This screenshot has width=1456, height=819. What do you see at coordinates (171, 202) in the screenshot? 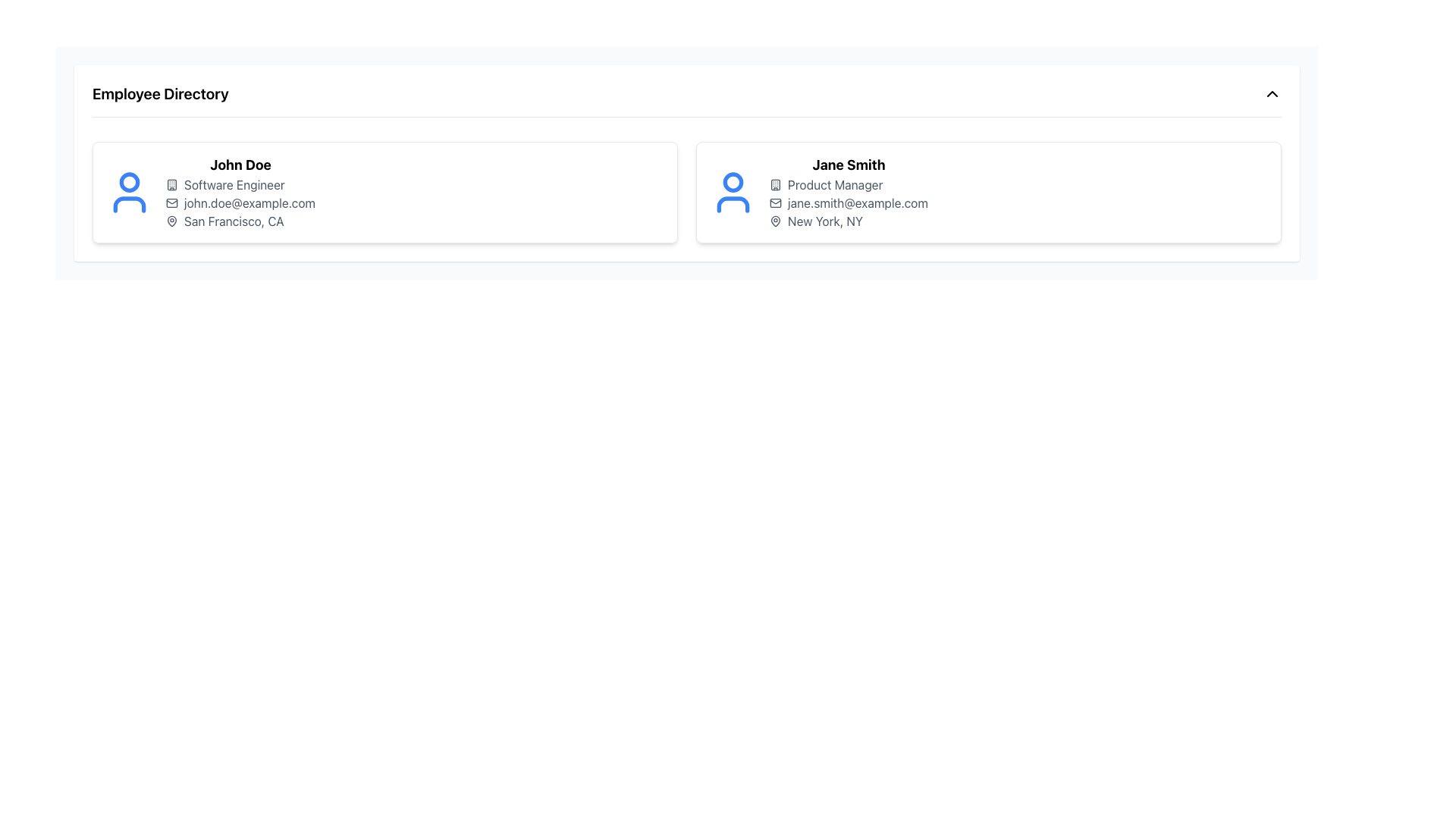
I see `the email icon in John Doe's profile card, which is a rectangular shape with rounded corners styled as a minimal email icon, located under the name and title, to the left of the email address text` at bounding box center [171, 202].